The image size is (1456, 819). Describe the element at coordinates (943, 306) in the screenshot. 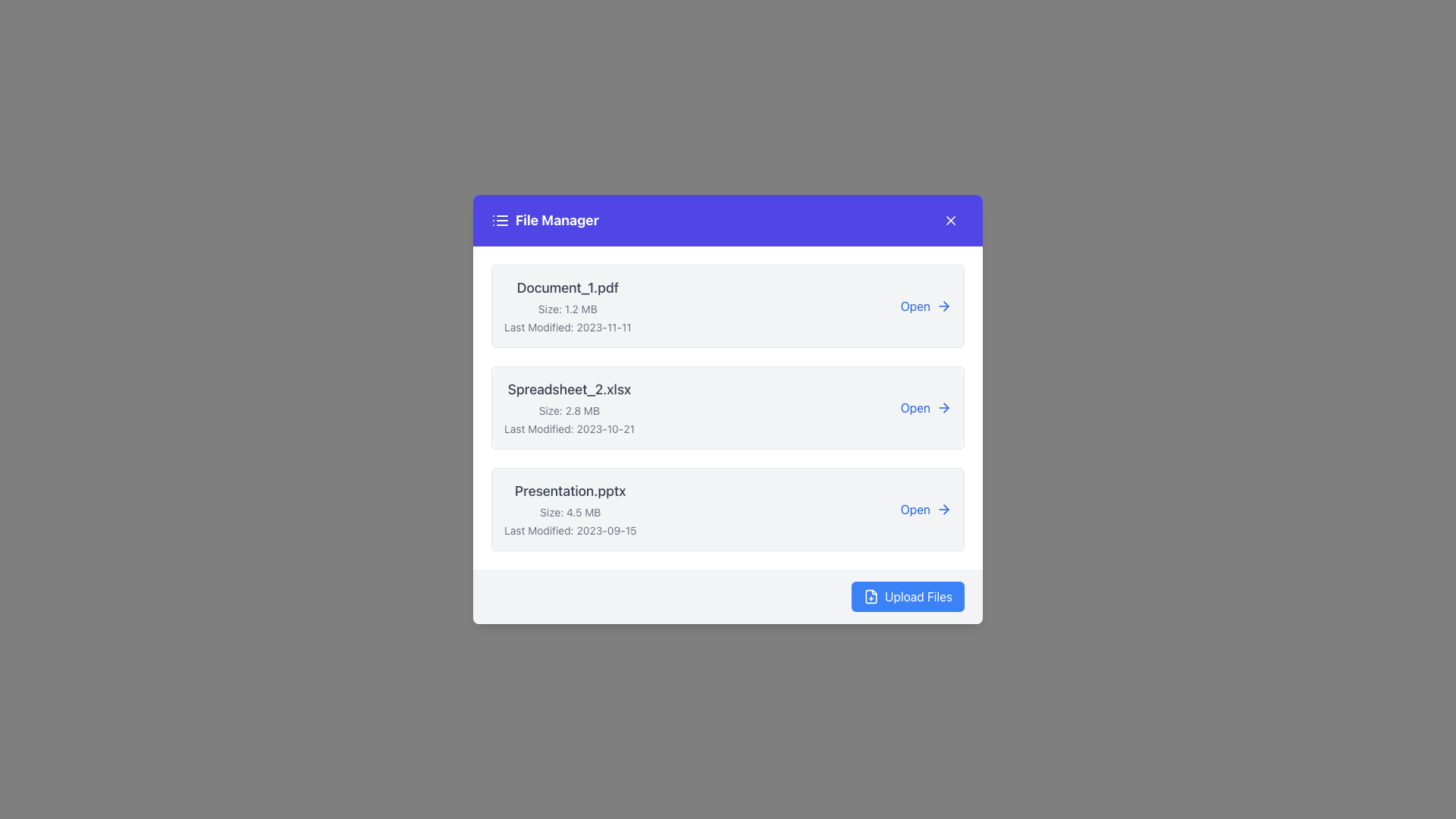

I see `the Arrow Icon located at the rightmost part of the 'Open' interactive component in the first file row, which indicates a forward action for opening associated files` at that location.